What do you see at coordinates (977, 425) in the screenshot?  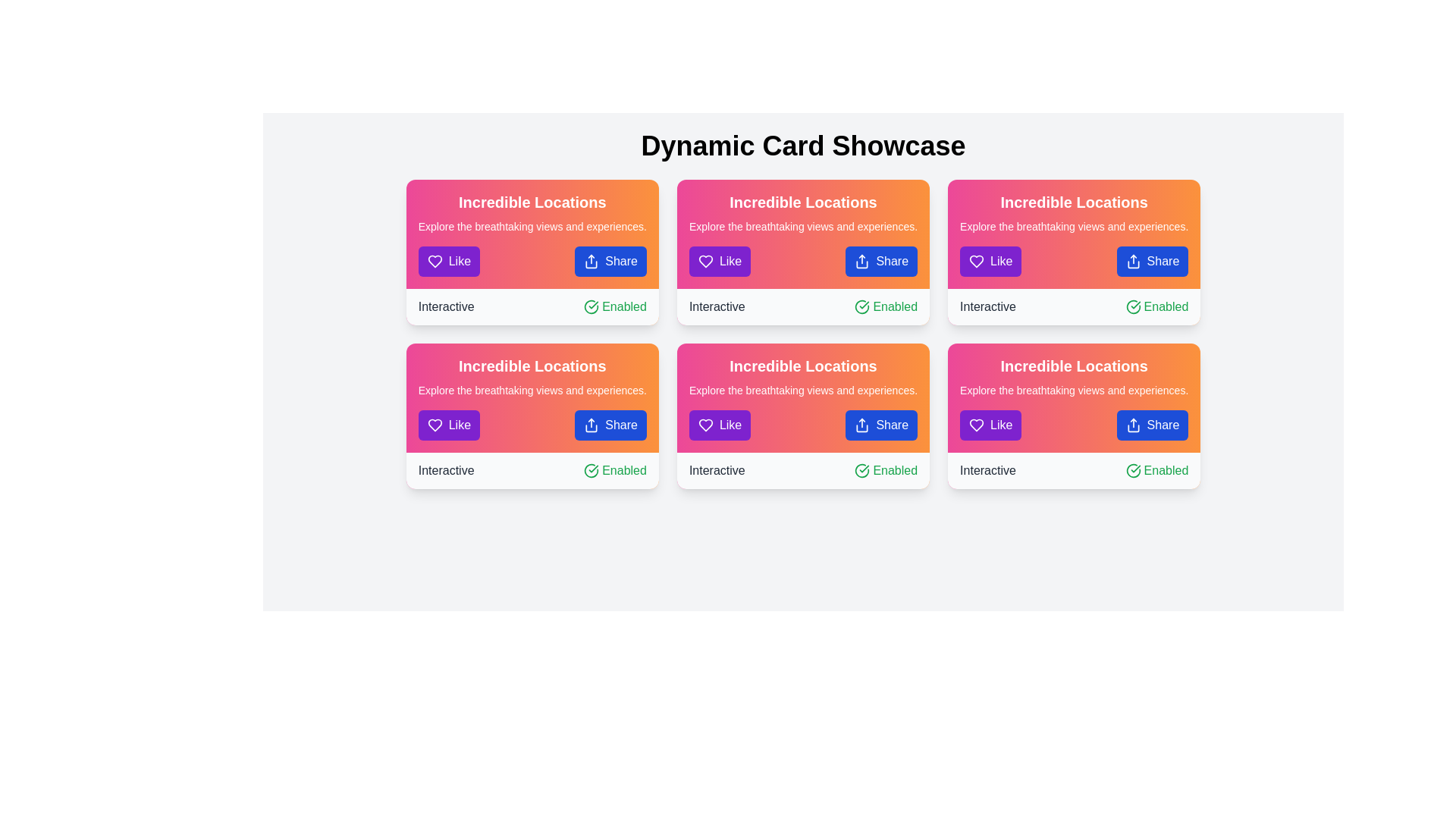 I see `the heart icon within the 'Like' button at the bottom left corner of the card component to like it` at bounding box center [977, 425].